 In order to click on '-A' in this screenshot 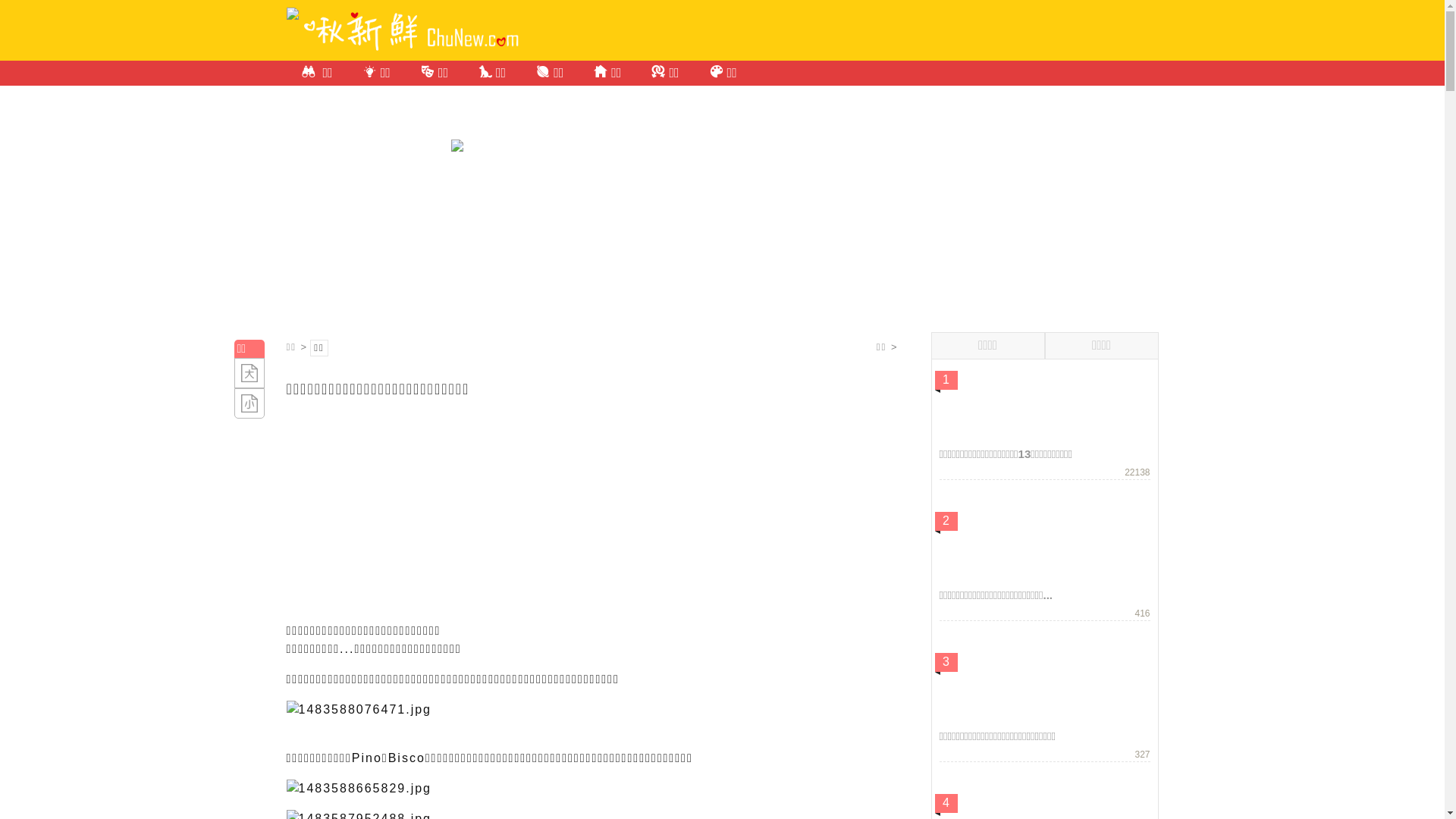, I will do `click(248, 403)`.